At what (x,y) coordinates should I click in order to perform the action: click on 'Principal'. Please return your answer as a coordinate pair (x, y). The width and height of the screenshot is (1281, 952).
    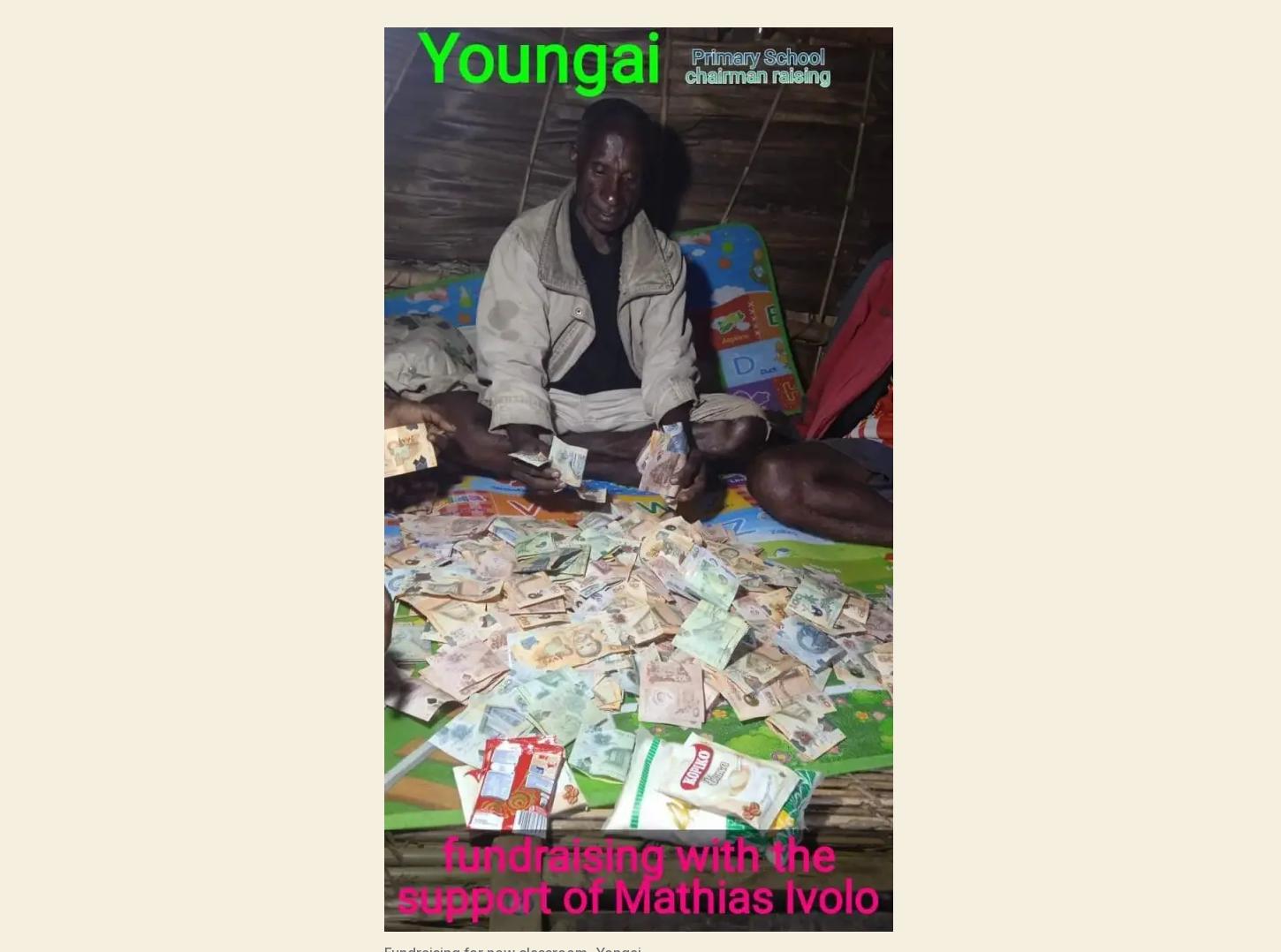
    Looking at the image, I should click on (423, 427).